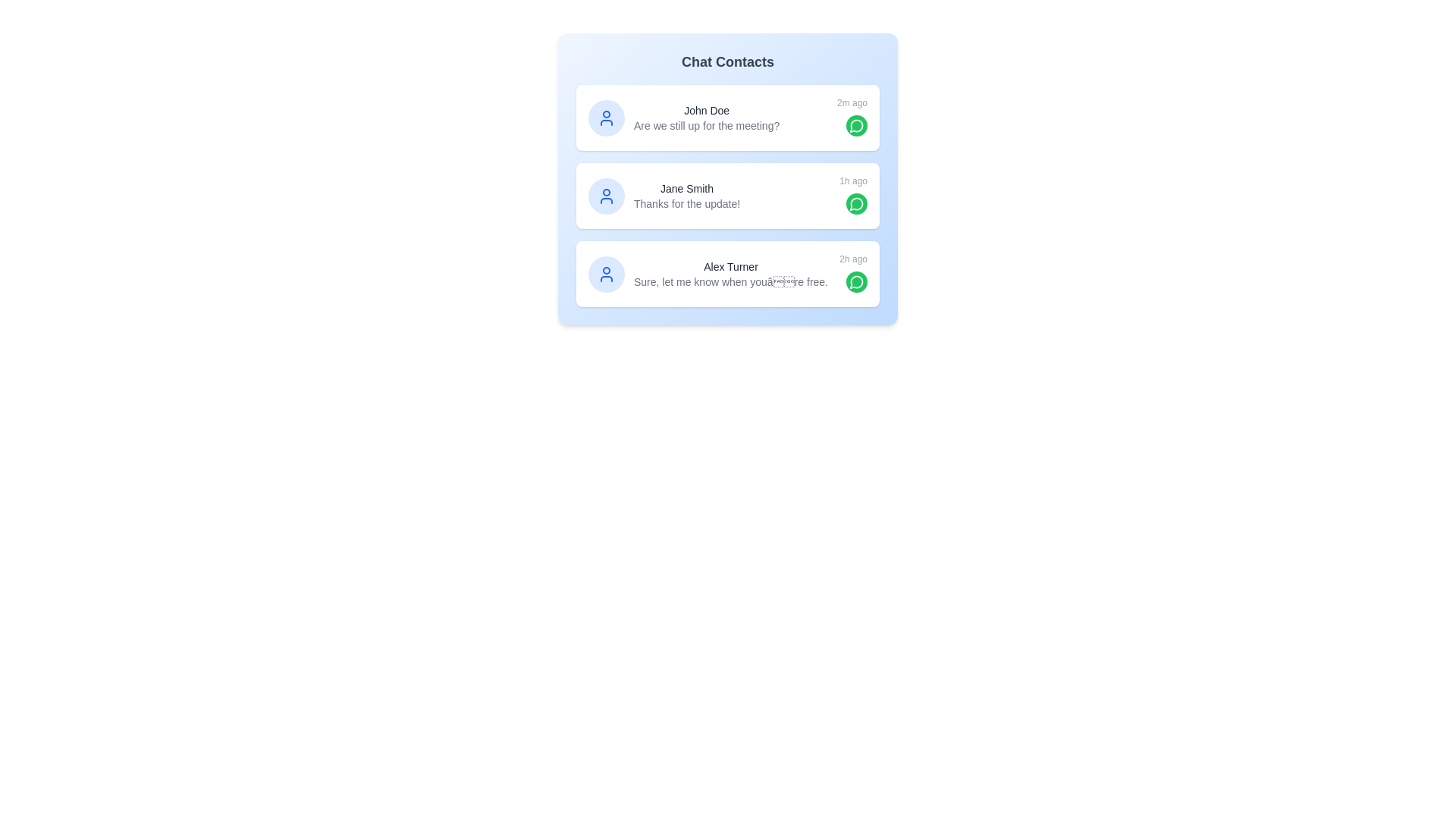 Image resolution: width=1456 pixels, height=819 pixels. I want to click on the name or avatar of Jane Smith to view their details, so click(607, 195).